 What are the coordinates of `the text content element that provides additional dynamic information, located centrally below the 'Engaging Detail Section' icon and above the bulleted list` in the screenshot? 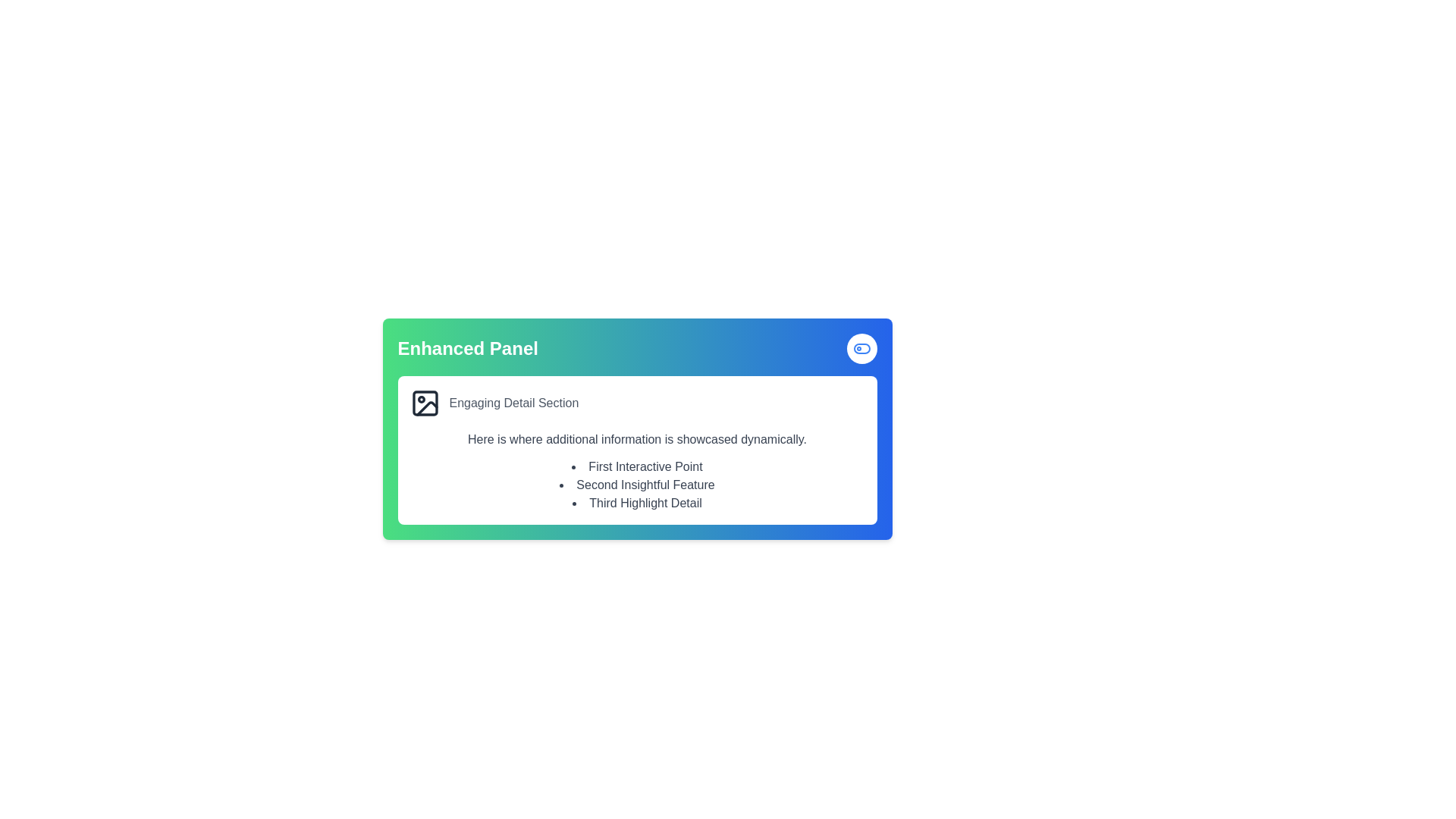 It's located at (637, 439).